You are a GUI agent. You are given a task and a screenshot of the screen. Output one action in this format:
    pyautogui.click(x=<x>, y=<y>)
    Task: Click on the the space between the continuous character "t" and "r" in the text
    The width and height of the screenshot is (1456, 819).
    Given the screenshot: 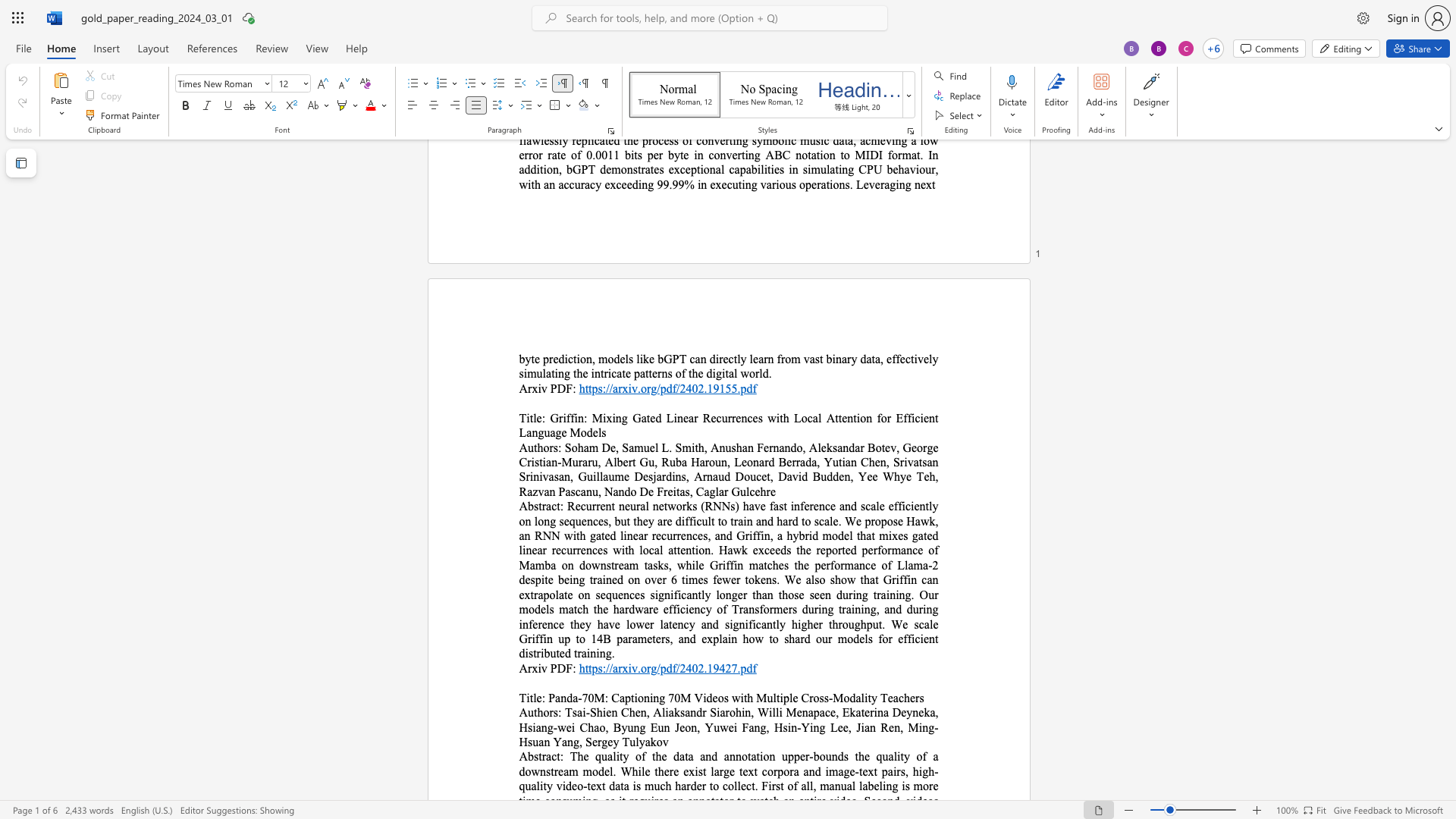 What is the action you would take?
    pyautogui.click(x=542, y=756)
    